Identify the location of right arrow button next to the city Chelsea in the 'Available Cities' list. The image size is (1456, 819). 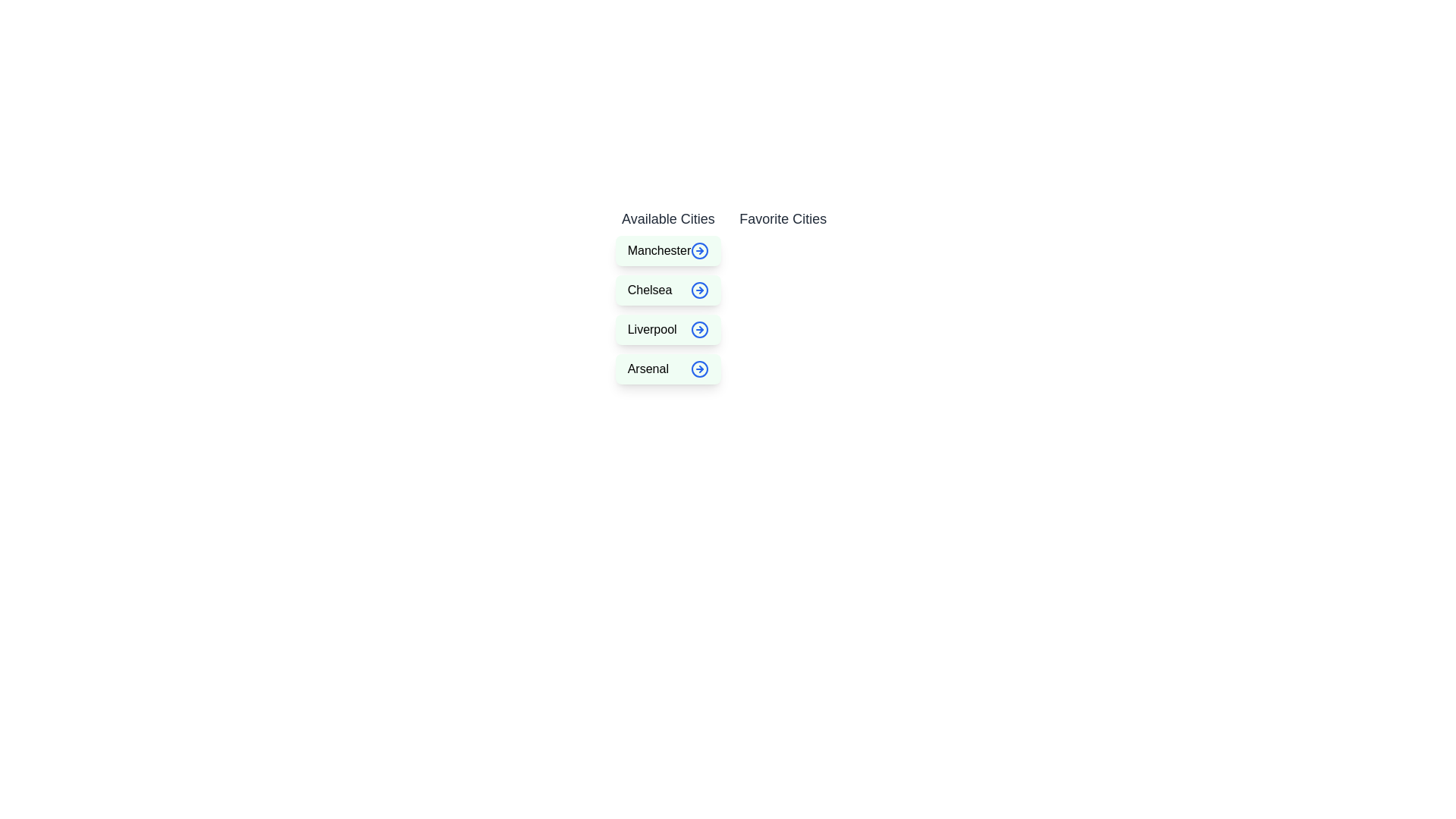
(699, 290).